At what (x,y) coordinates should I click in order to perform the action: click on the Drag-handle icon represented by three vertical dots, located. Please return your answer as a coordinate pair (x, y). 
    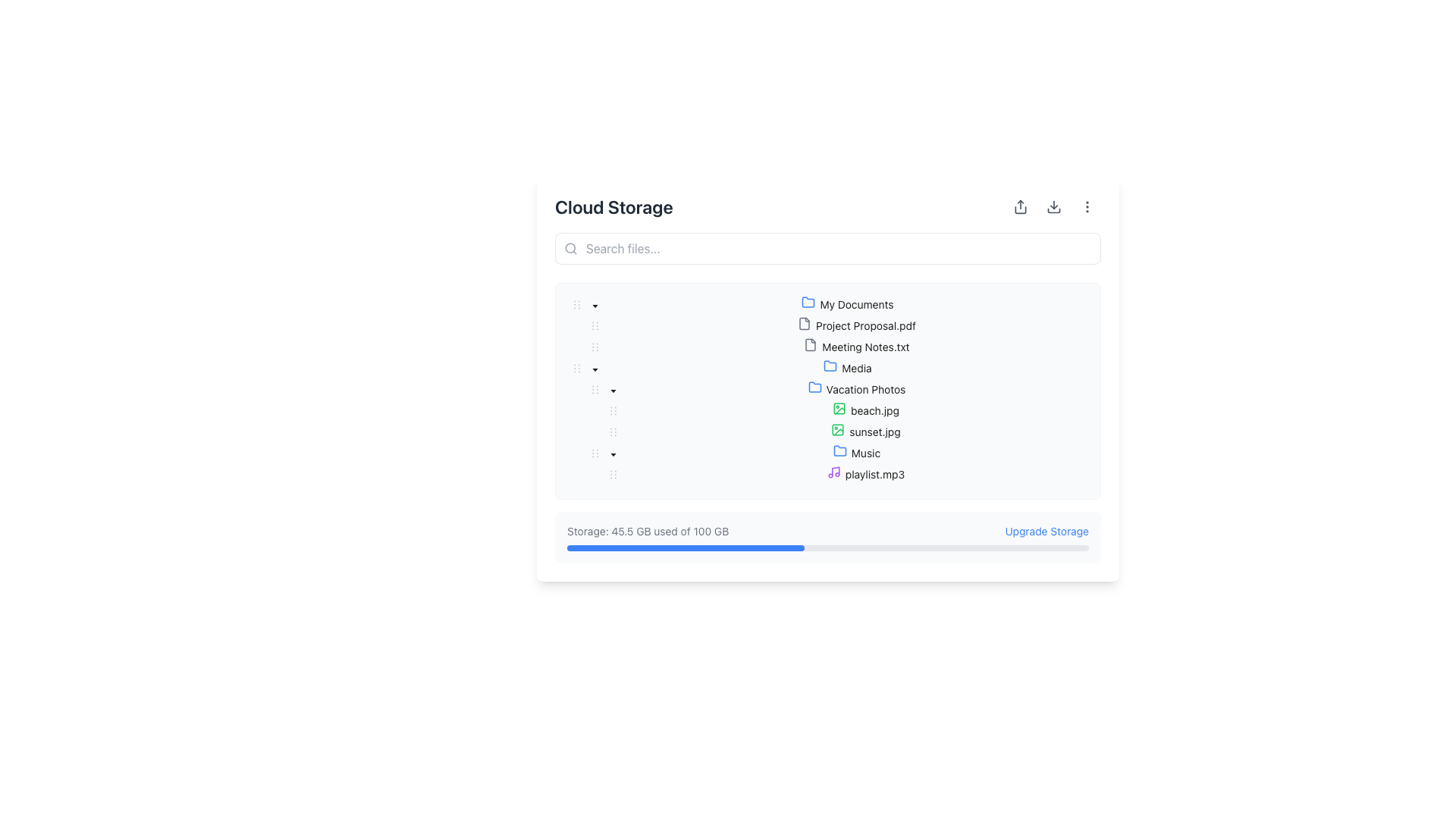
    Looking at the image, I should click on (576, 304).